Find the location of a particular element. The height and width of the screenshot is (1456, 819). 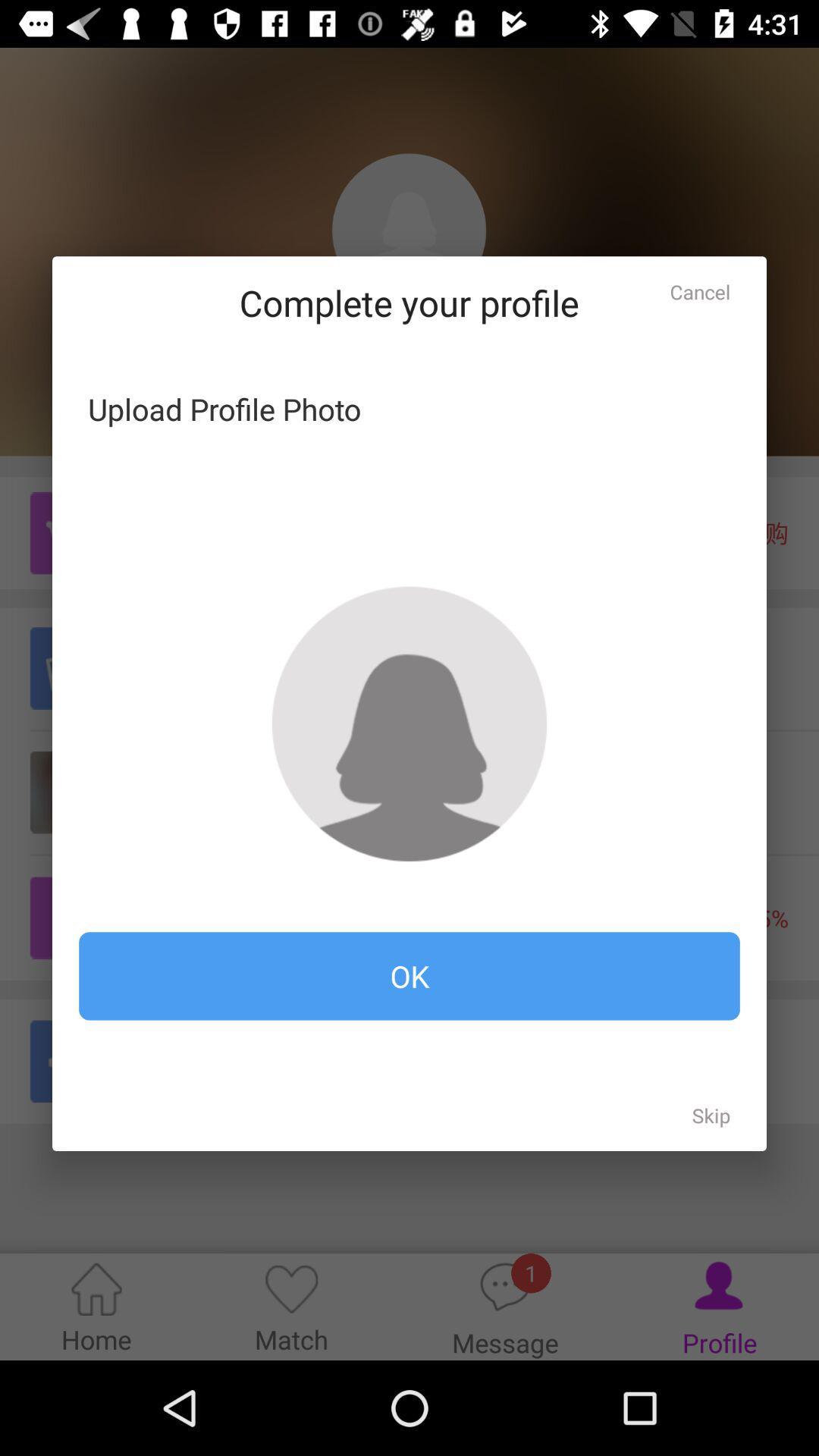

the item at the bottom is located at coordinates (409, 976).